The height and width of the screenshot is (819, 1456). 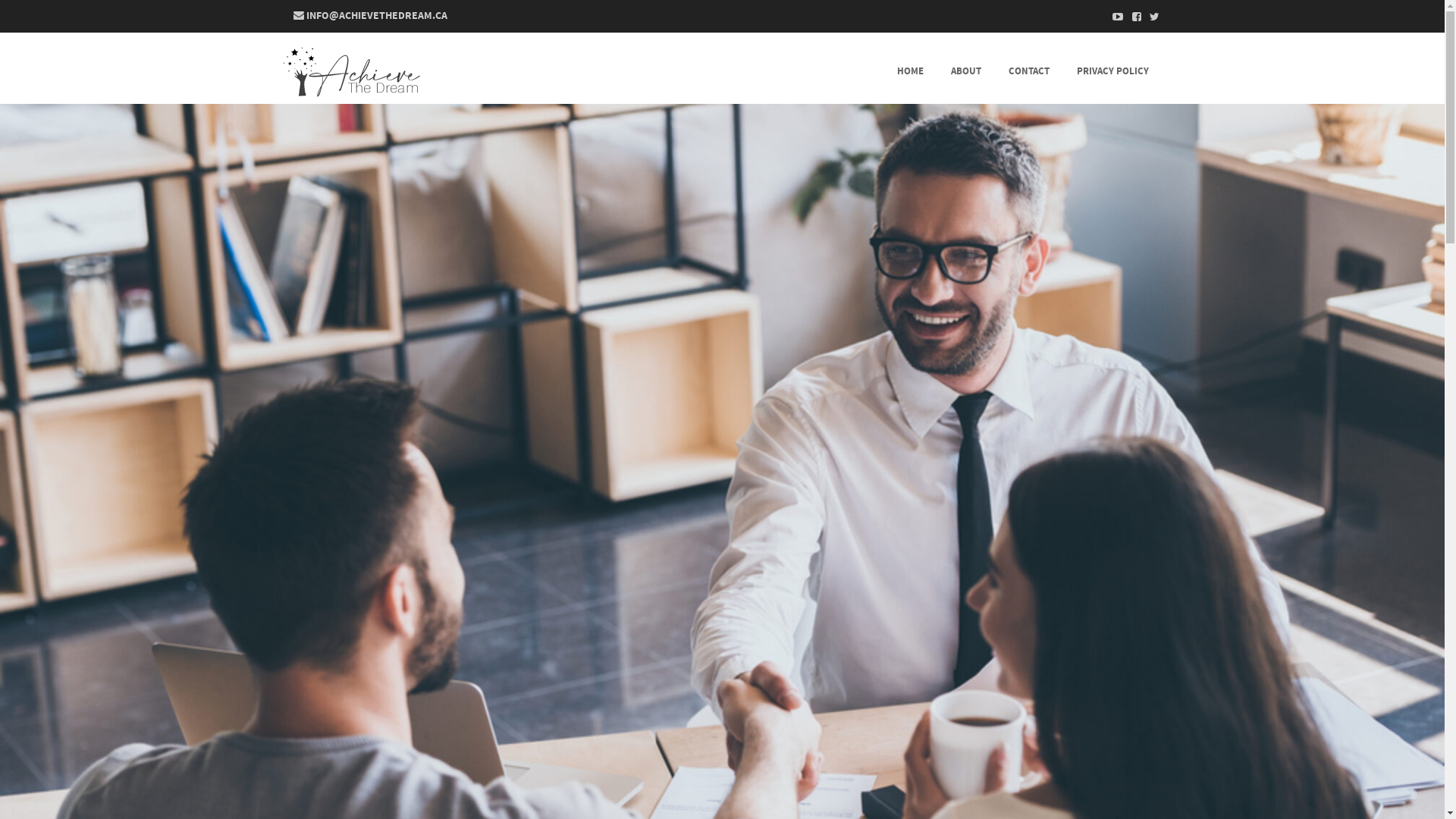 I want to click on 'CONTACT', so click(x=1029, y=67).